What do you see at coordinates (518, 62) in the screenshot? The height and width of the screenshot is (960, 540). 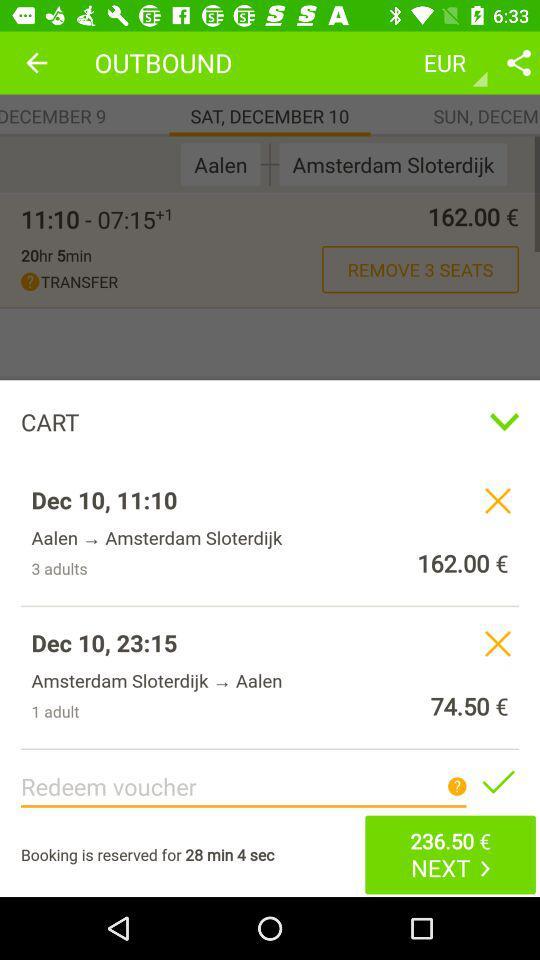 I see `share the article` at bounding box center [518, 62].